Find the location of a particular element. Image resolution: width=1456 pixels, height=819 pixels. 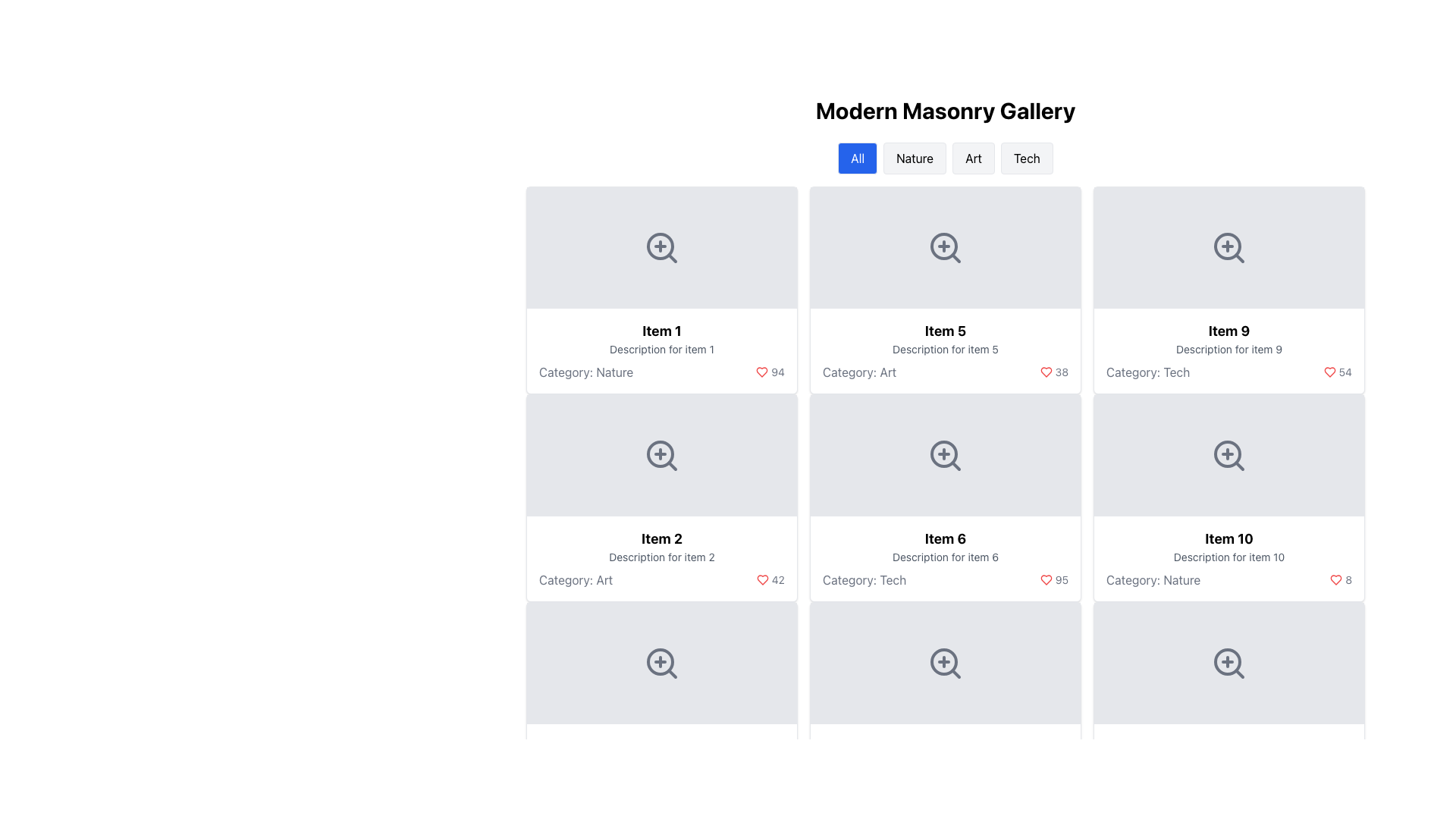

the SVG Circle element located at the center of the magnifying glass icon in 'Item 2' by clicking on it is located at coordinates (660, 453).